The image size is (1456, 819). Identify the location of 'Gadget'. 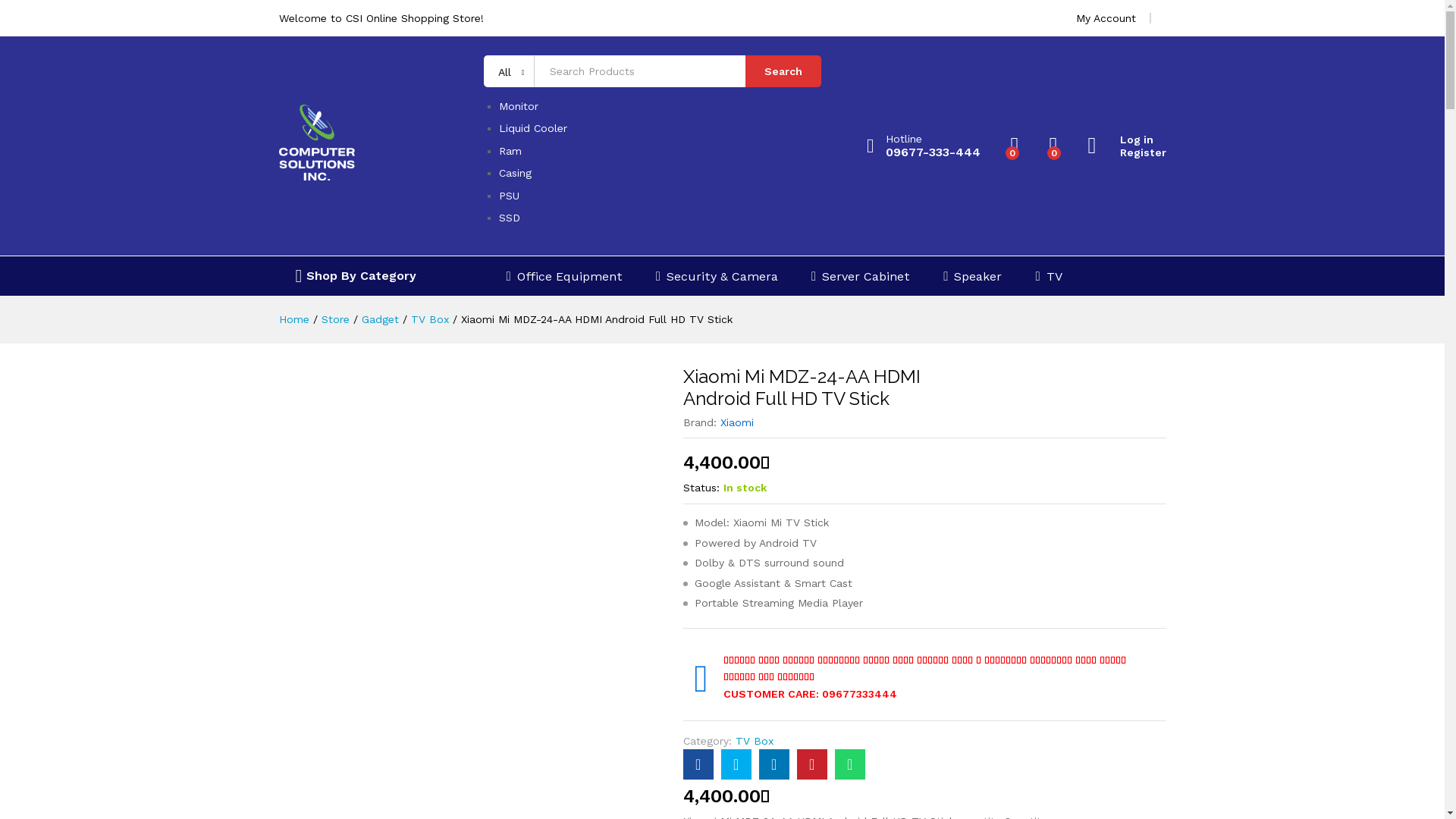
(379, 318).